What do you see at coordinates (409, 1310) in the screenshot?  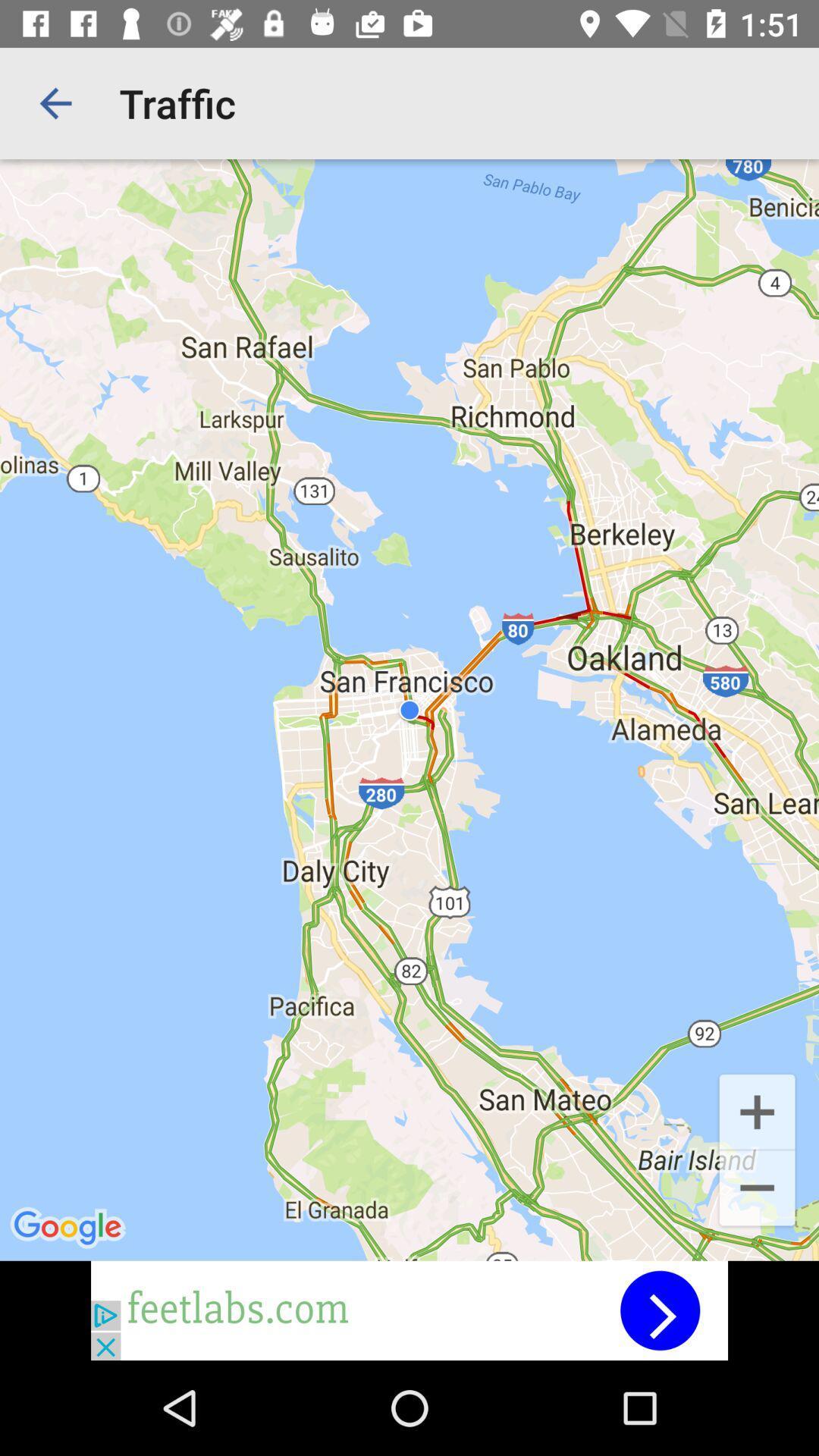 I see `feetlabs.com icon` at bounding box center [409, 1310].